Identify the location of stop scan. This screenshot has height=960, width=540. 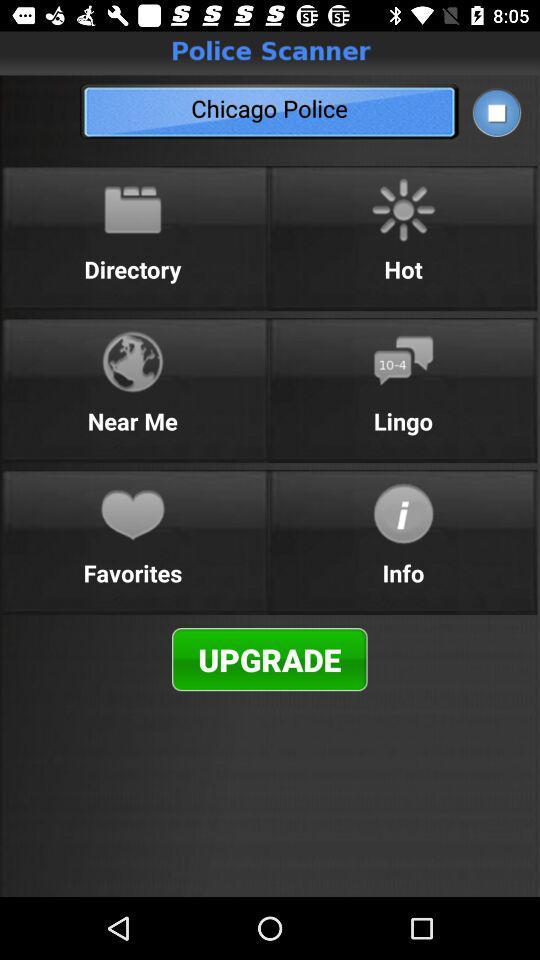
(495, 112).